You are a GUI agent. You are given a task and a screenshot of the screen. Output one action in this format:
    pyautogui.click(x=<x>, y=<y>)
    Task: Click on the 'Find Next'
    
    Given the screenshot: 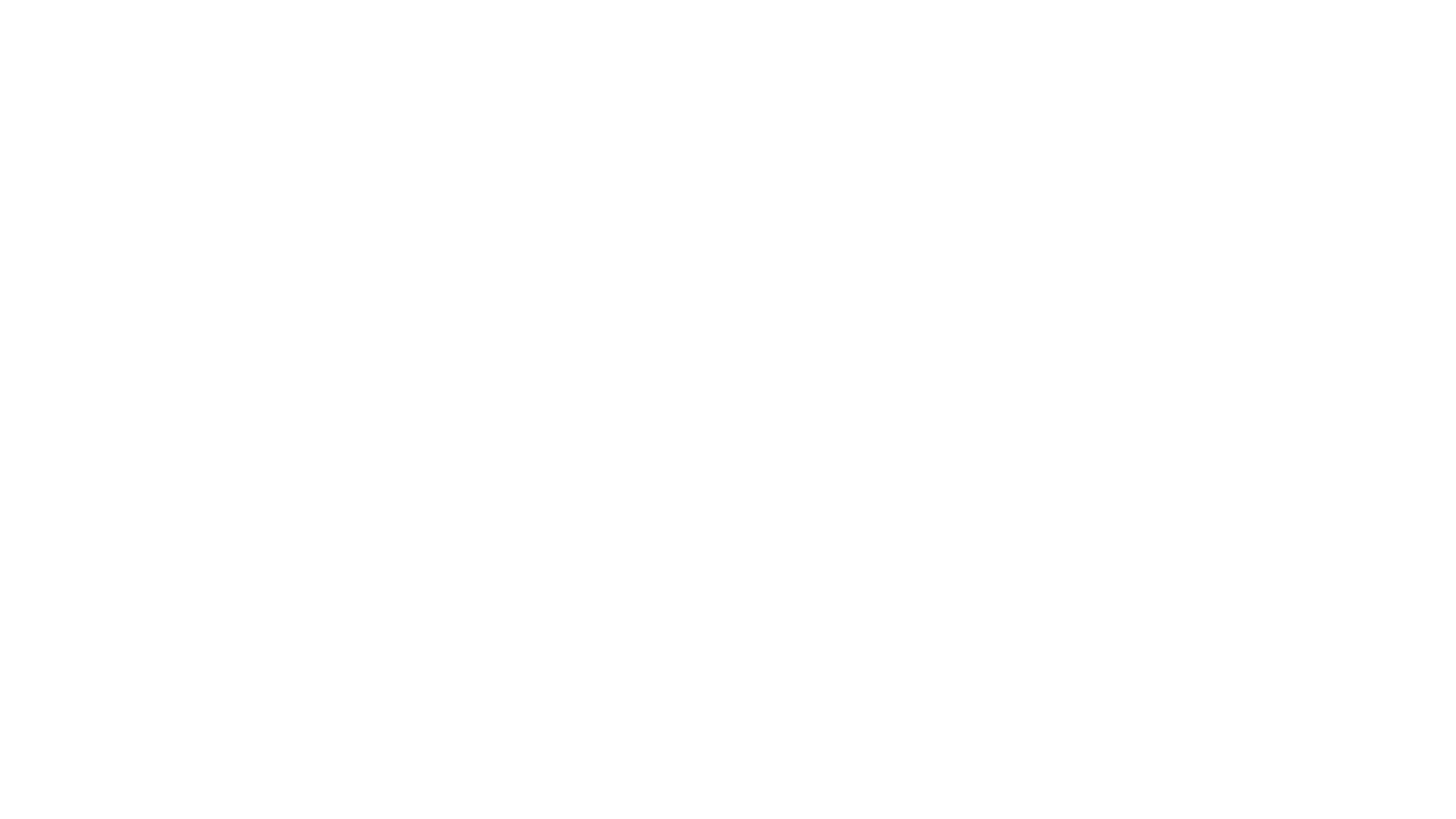 What is the action you would take?
    pyautogui.click(x=752, y=26)
    